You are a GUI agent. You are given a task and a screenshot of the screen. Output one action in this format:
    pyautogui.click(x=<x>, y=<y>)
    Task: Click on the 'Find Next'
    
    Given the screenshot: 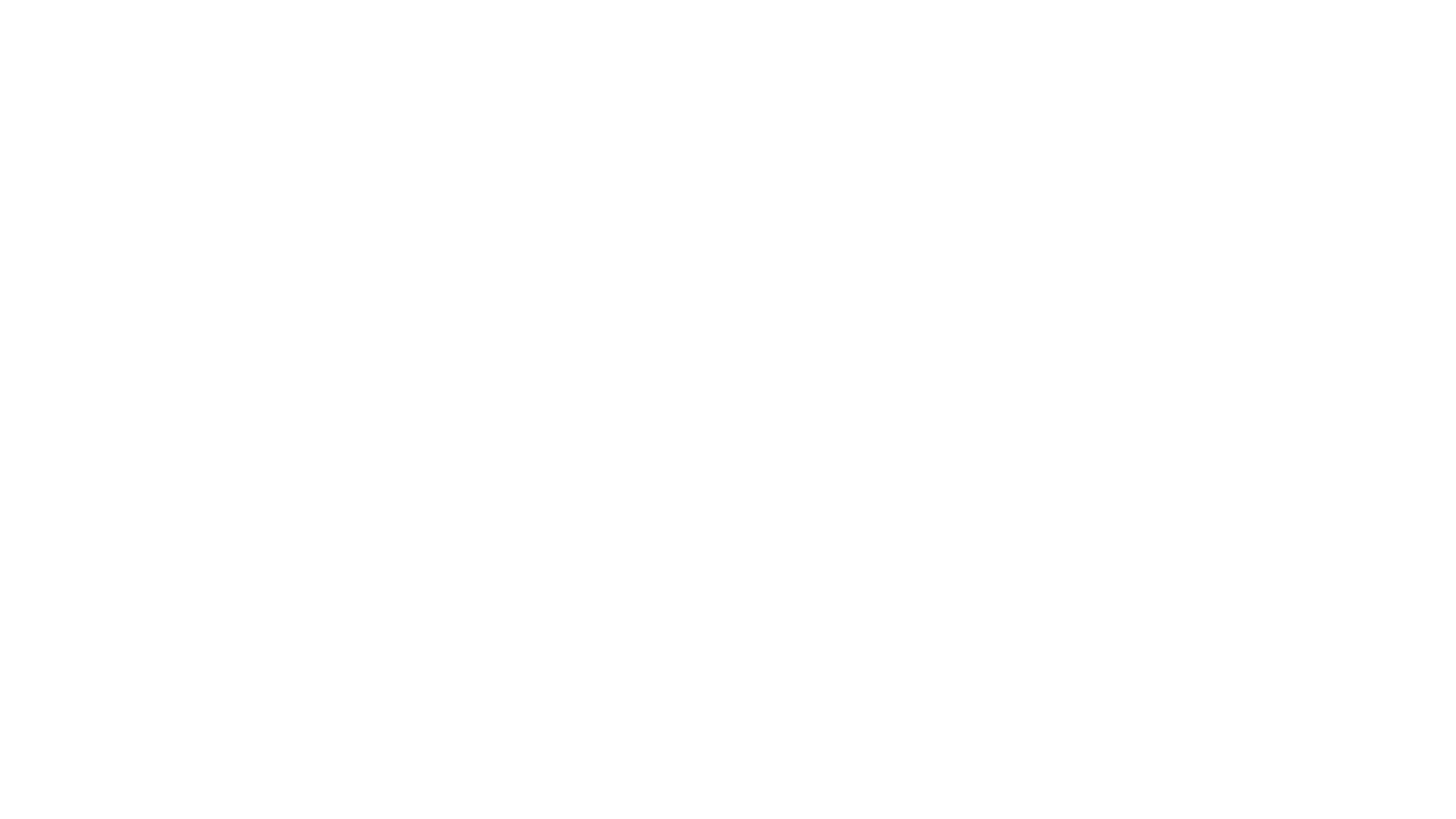 What is the action you would take?
    pyautogui.click(x=752, y=26)
    